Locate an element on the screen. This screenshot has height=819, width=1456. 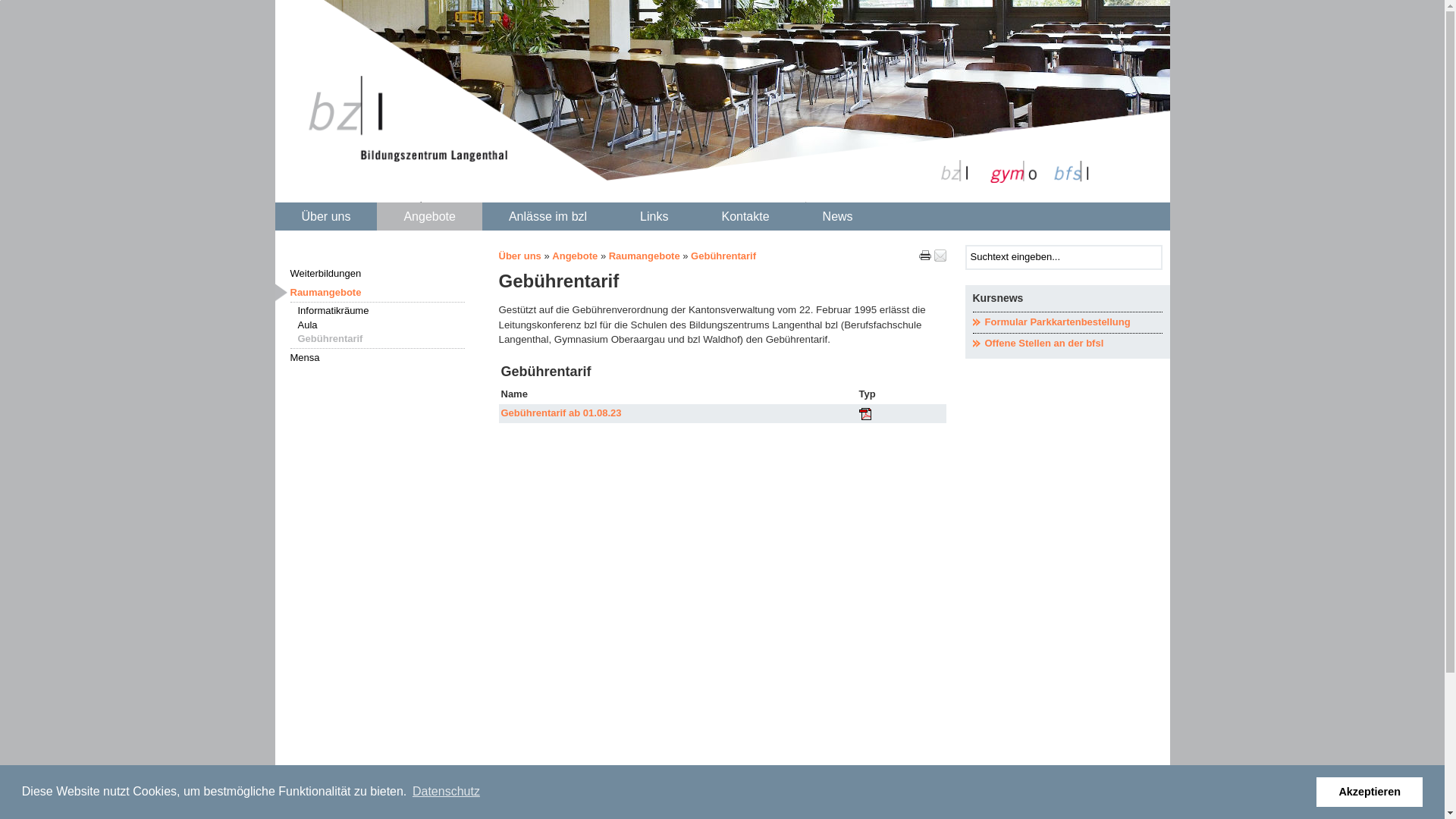
'Offene Stellen an der bfsl ' is located at coordinates (1065, 344).